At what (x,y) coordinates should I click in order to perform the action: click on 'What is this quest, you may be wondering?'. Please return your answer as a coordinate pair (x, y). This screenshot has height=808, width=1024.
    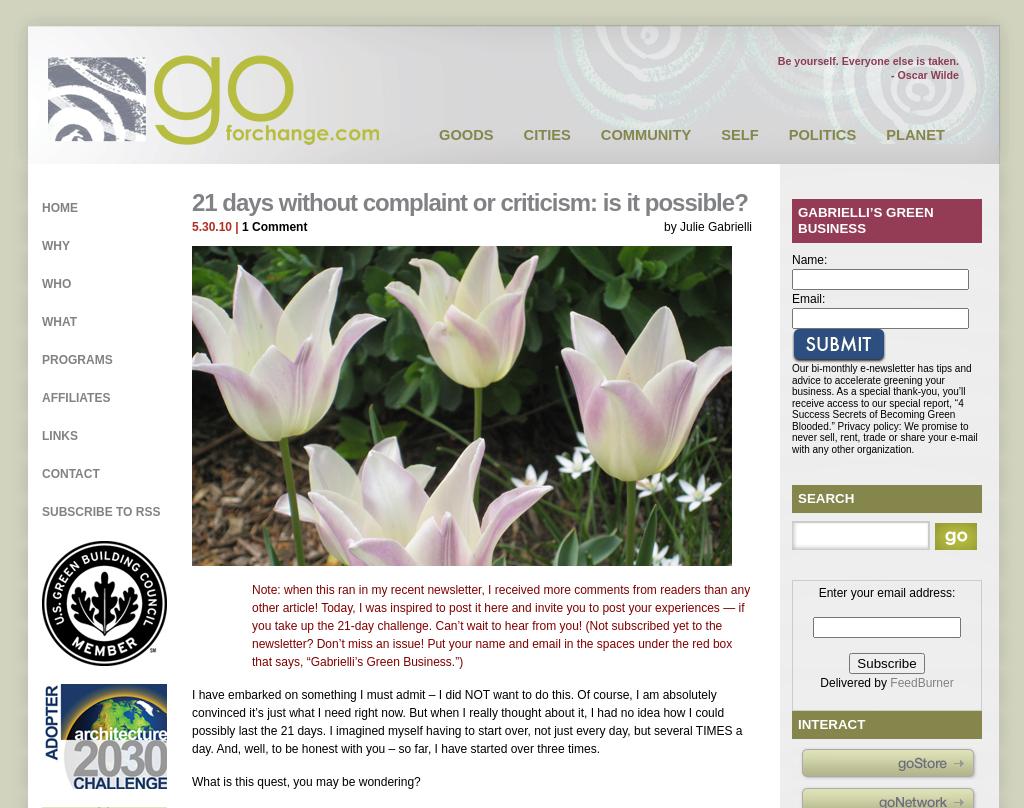
    Looking at the image, I should click on (304, 780).